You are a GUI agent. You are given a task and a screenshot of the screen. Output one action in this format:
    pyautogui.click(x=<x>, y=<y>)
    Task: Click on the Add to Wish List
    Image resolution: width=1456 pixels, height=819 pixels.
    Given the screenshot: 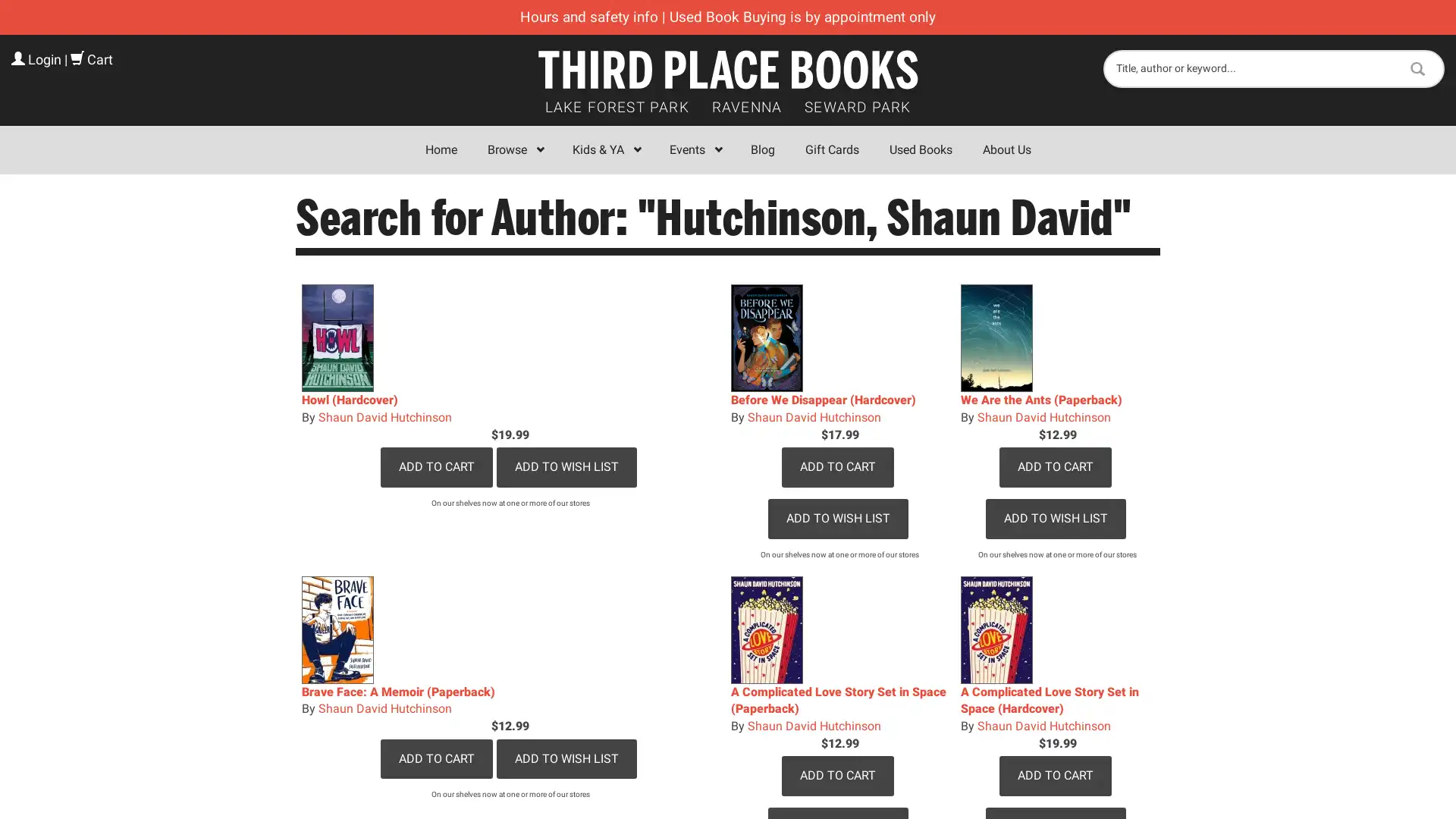 What is the action you would take?
    pyautogui.click(x=565, y=758)
    